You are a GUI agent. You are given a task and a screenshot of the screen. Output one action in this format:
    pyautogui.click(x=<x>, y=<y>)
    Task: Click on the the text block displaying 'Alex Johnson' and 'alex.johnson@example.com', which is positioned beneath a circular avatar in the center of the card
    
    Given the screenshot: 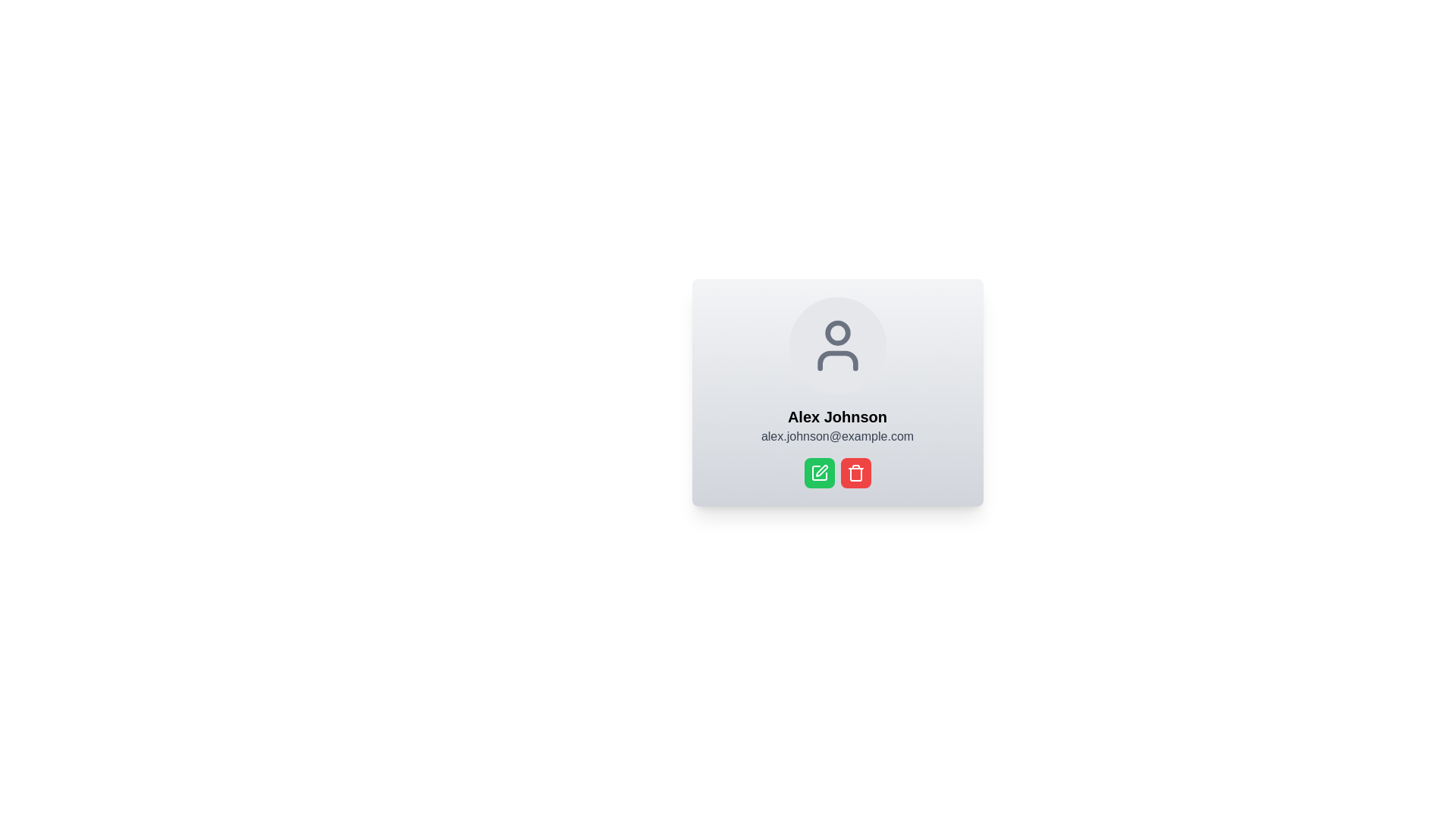 What is the action you would take?
    pyautogui.click(x=836, y=426)
    